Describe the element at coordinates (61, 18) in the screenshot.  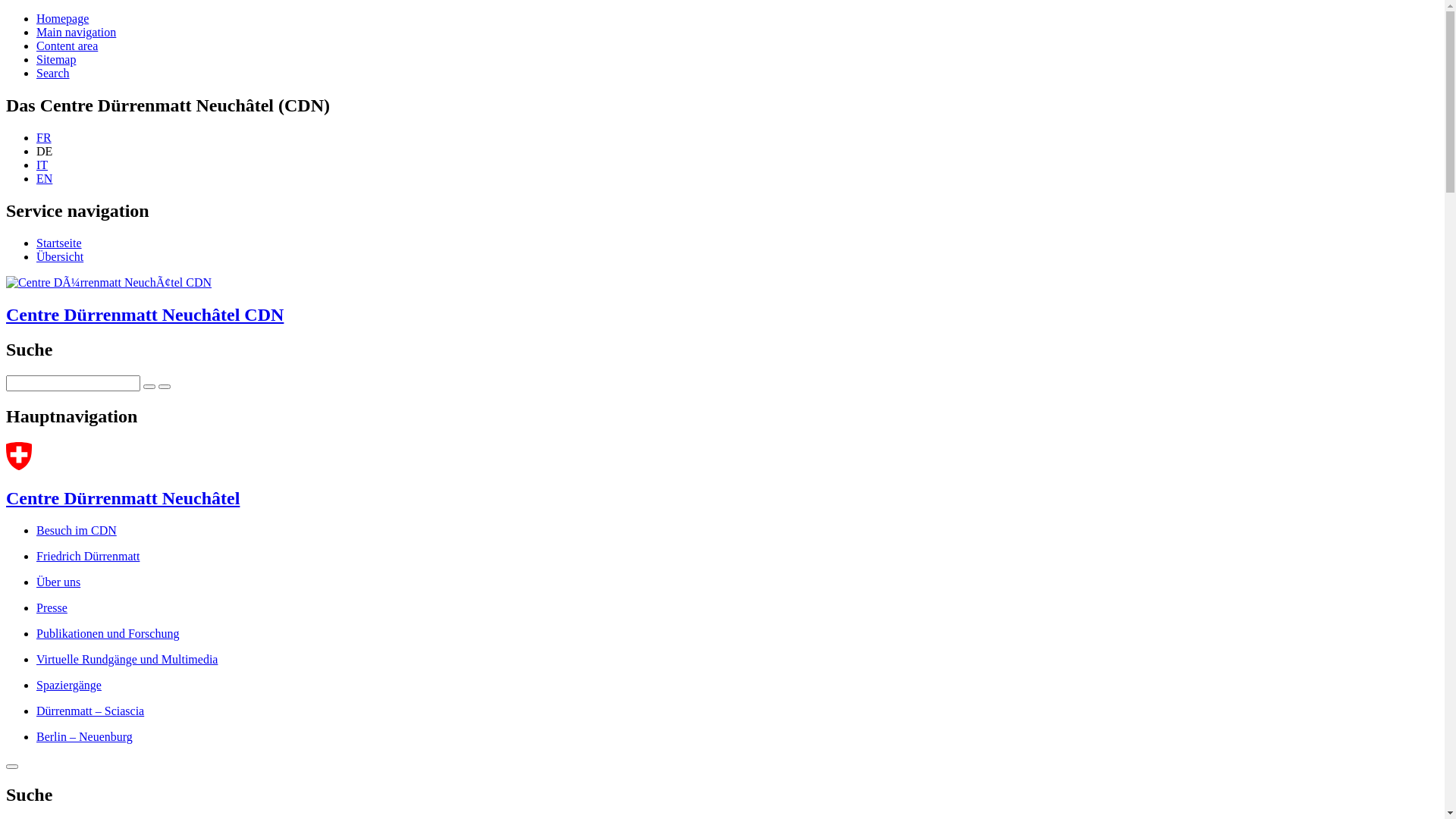
I see `'Homepage'` at that location.